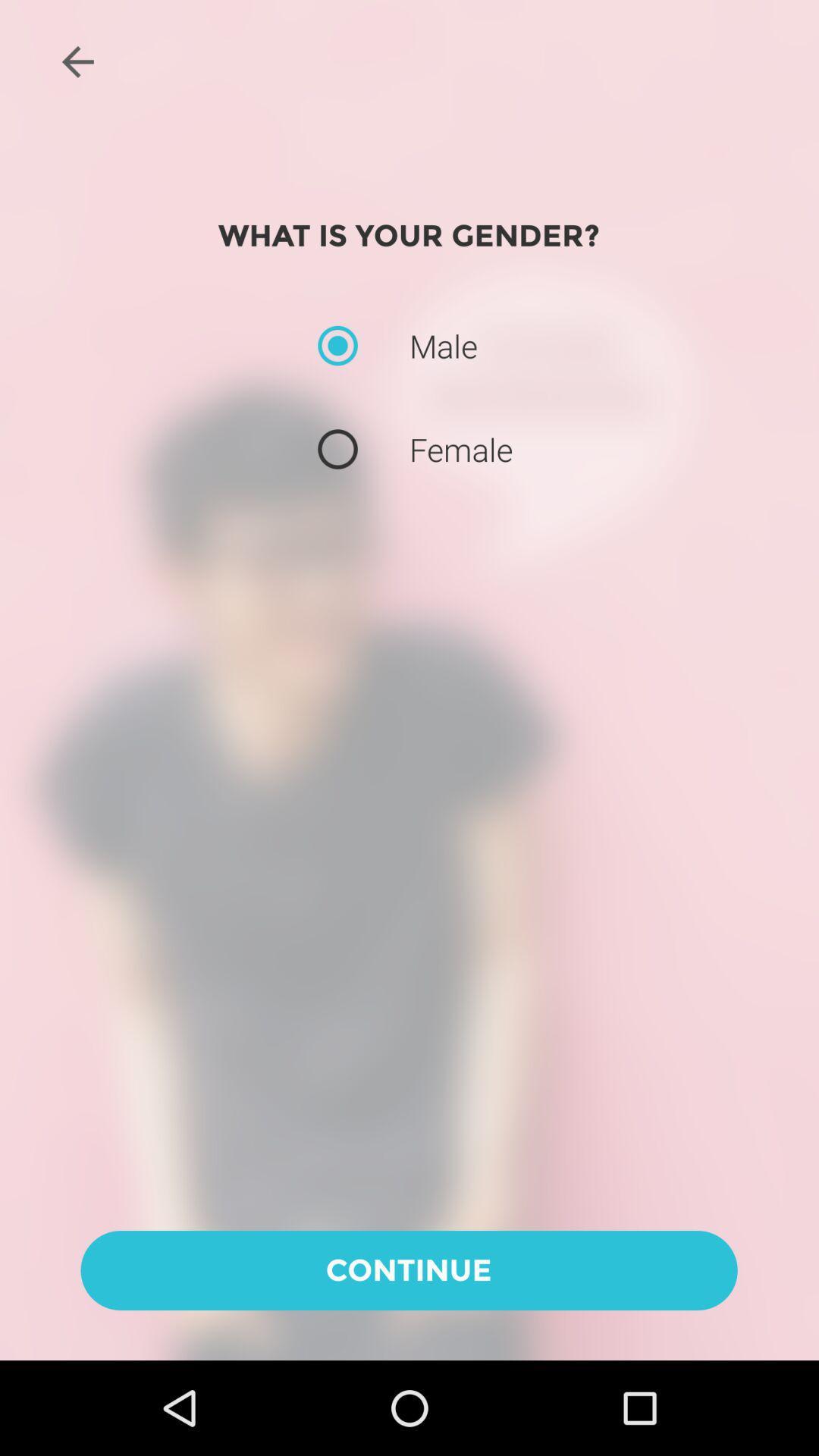  Describe the element at coordinates (77, 61) in the screenshot. I see `the arrow_backward icon` at that location.